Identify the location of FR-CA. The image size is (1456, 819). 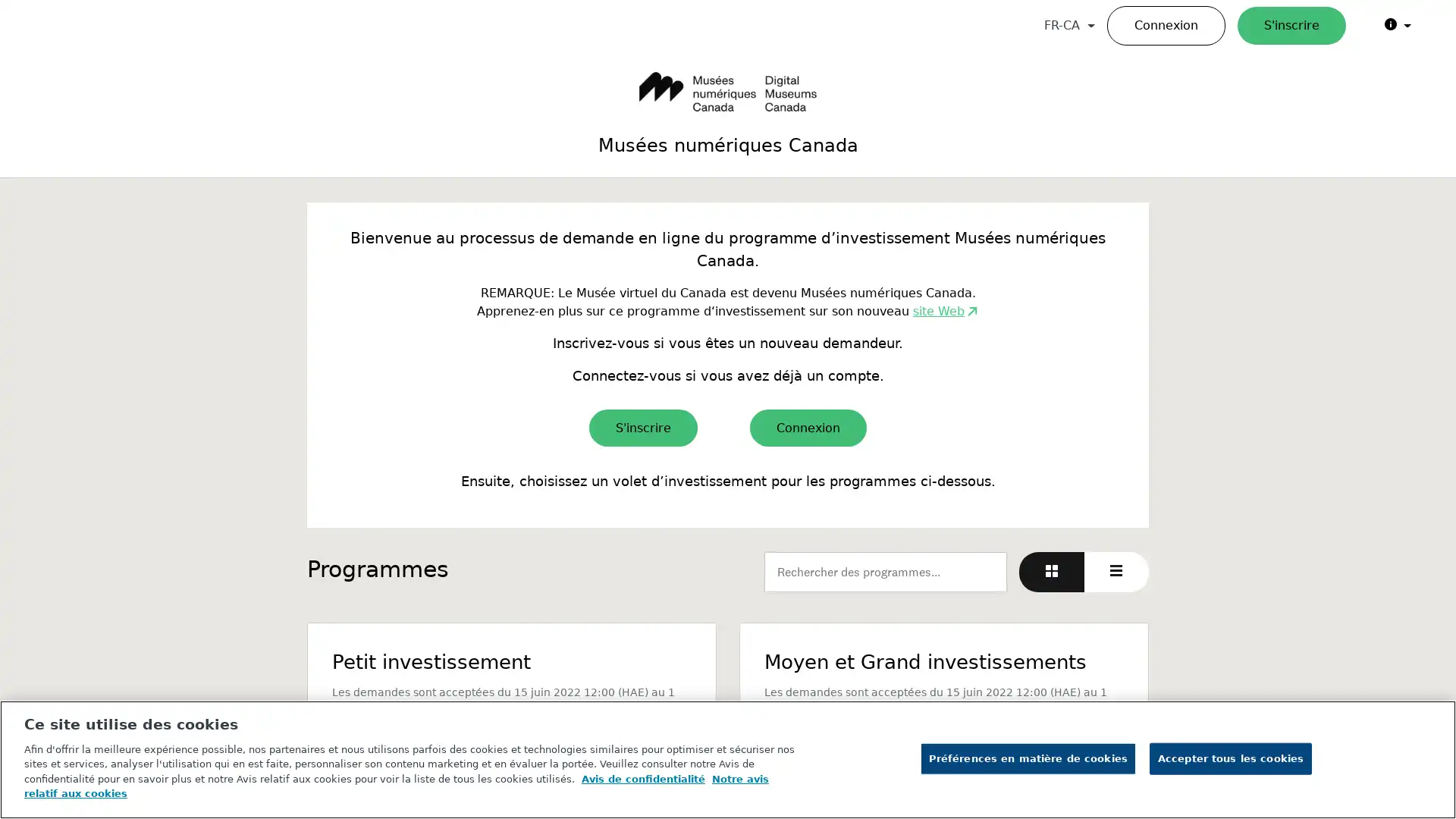
(1068, 26).